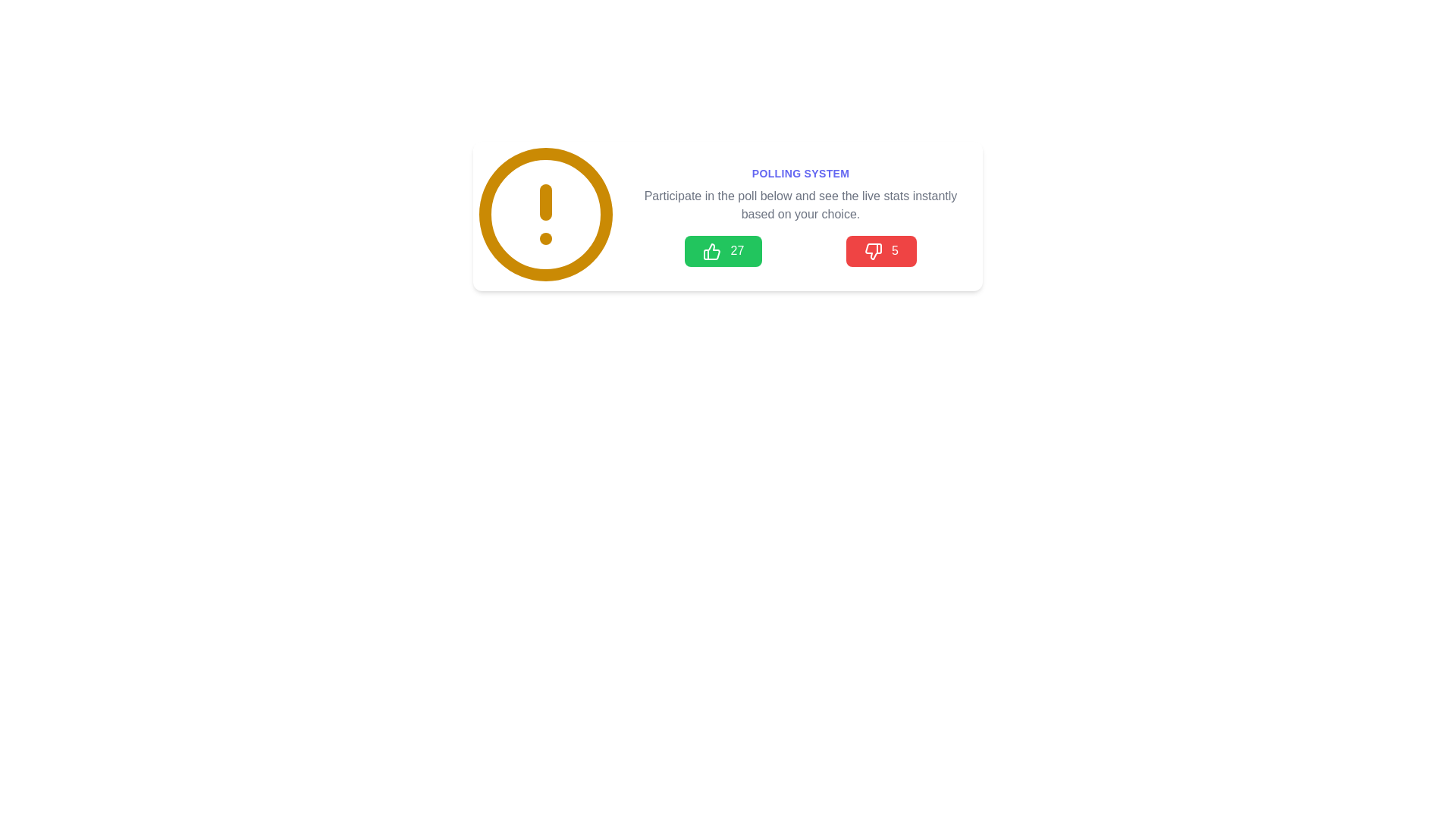  I want to click on the negative feedback icon located inside the red feedback button on the right side of the interactive panel, aligned horizontally with the '5', so click(873, 250).